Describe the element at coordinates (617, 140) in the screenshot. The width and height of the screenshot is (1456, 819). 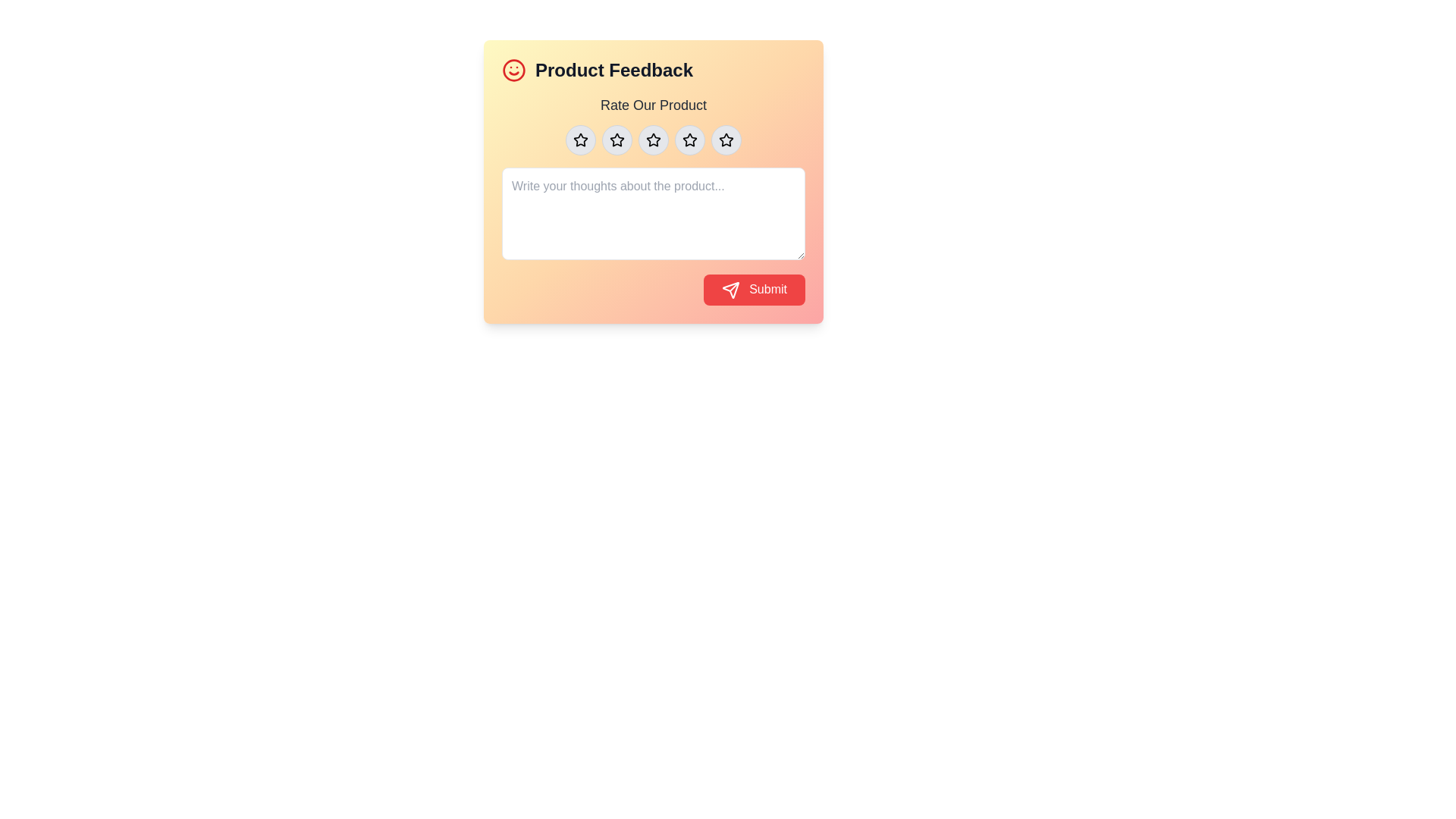
I see `the second star button in the five-star rating system` at that location.